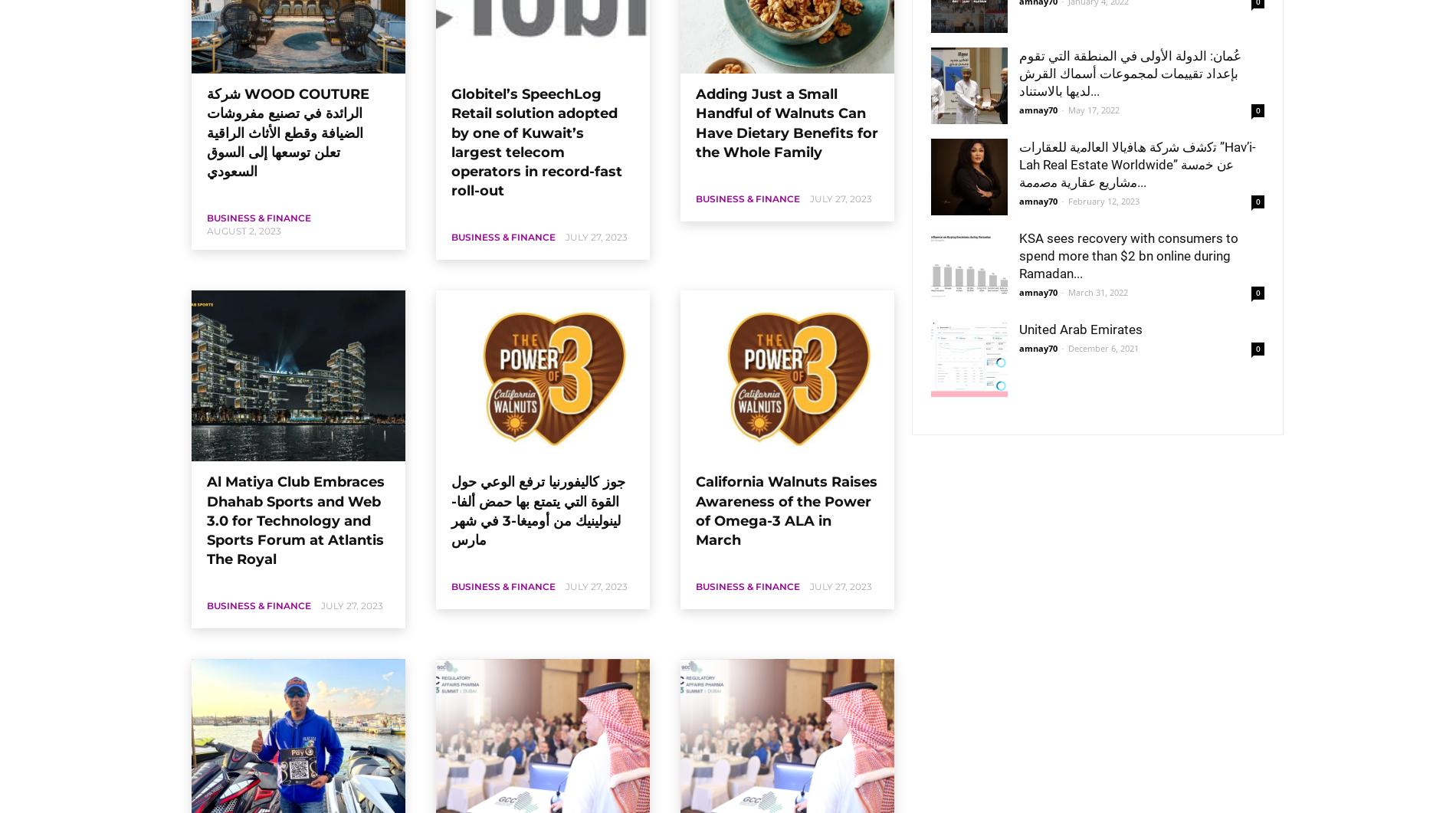 This screenshot has height=813, width=1456. I want to click on 'KSA sees recovery with consumers to spend more than $2 bn online during Ramadan...', so click(1129, 255).